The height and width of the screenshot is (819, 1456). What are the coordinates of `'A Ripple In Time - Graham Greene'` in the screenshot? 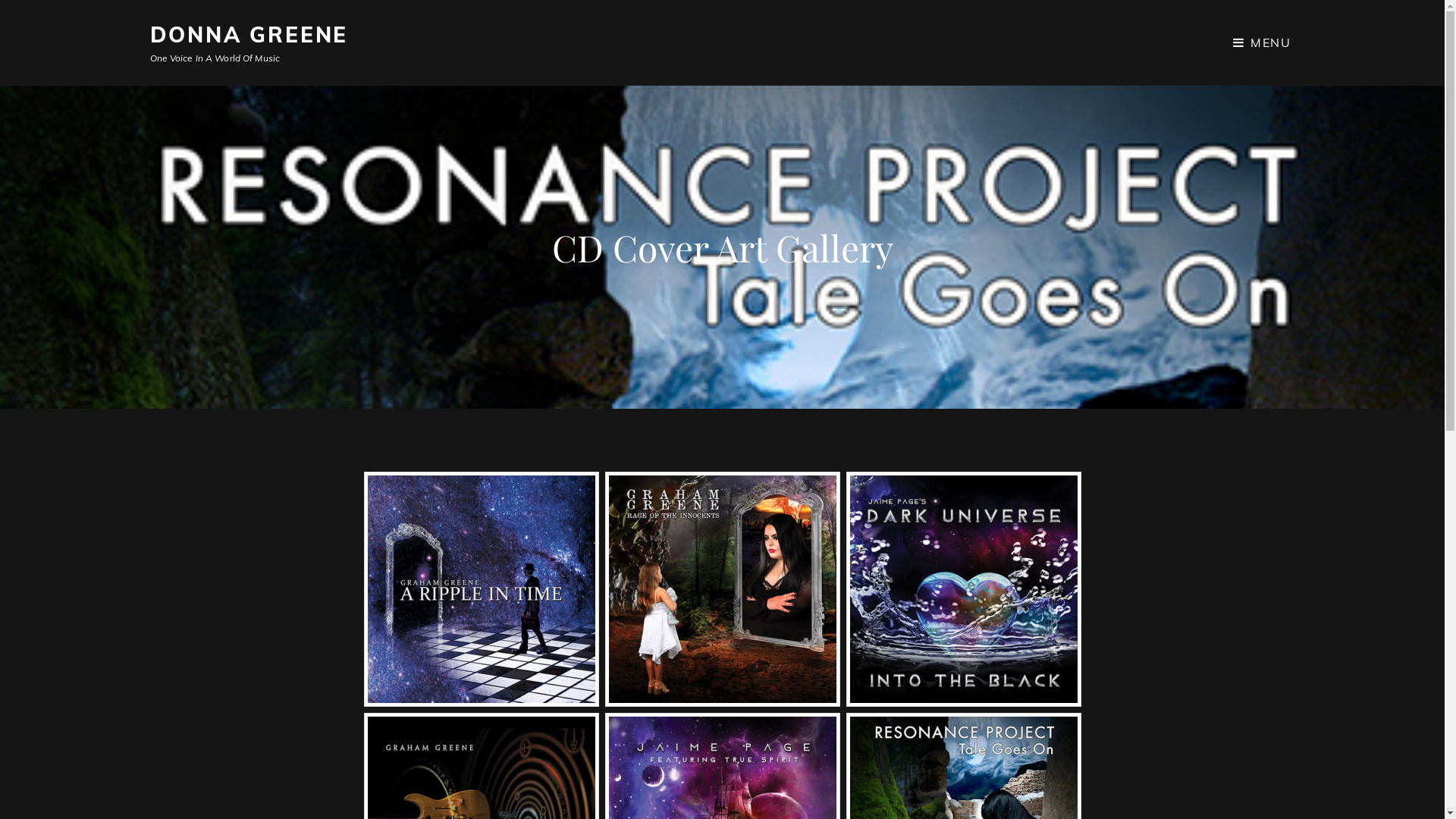 It's located at (479, 588).